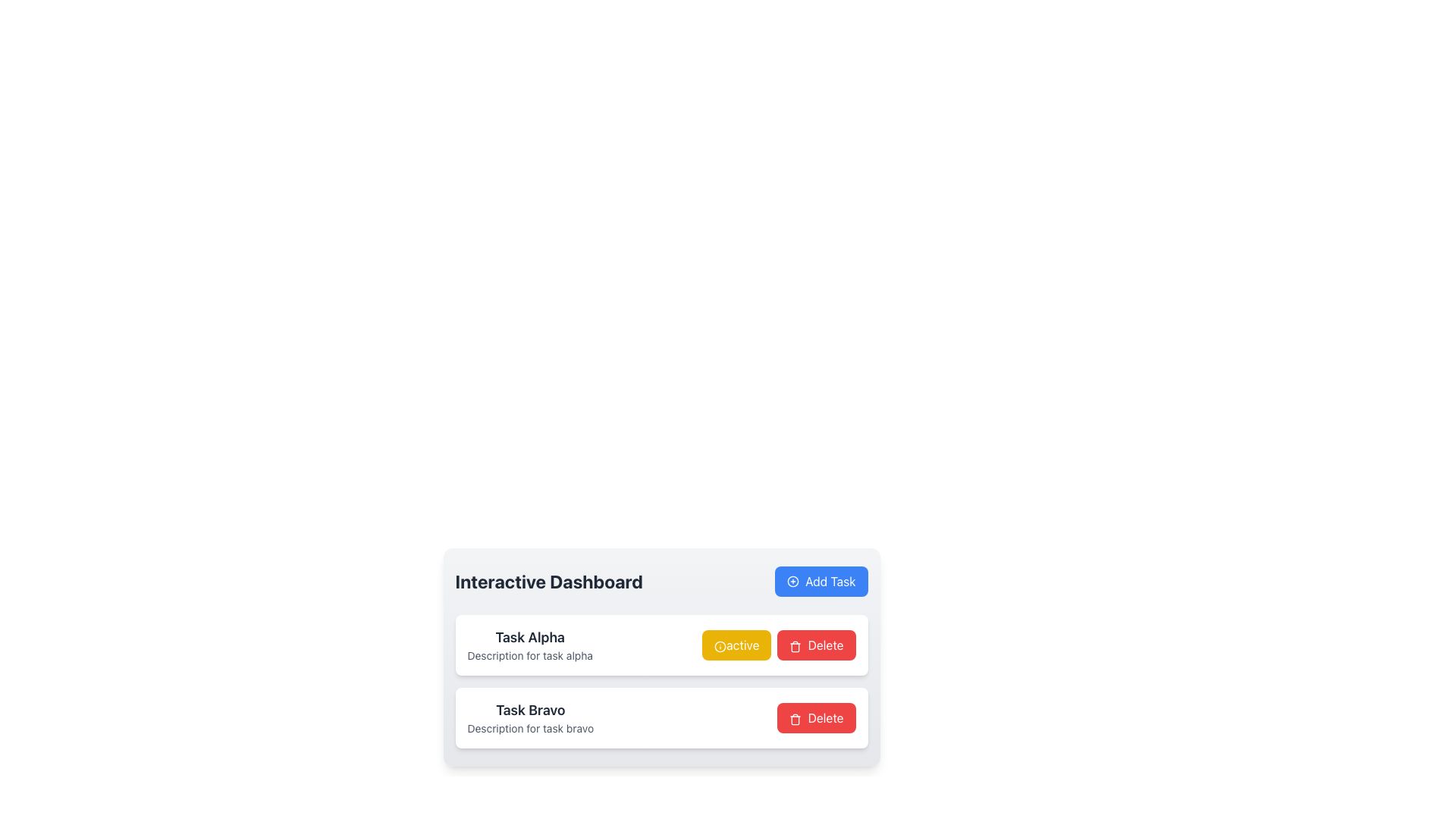  I want to click on the text label displaying 'Description for task bravo', which is styled in gray and located below the title 'Task Bravo' in the 'Interactive Dashboard', so click(530, 727).